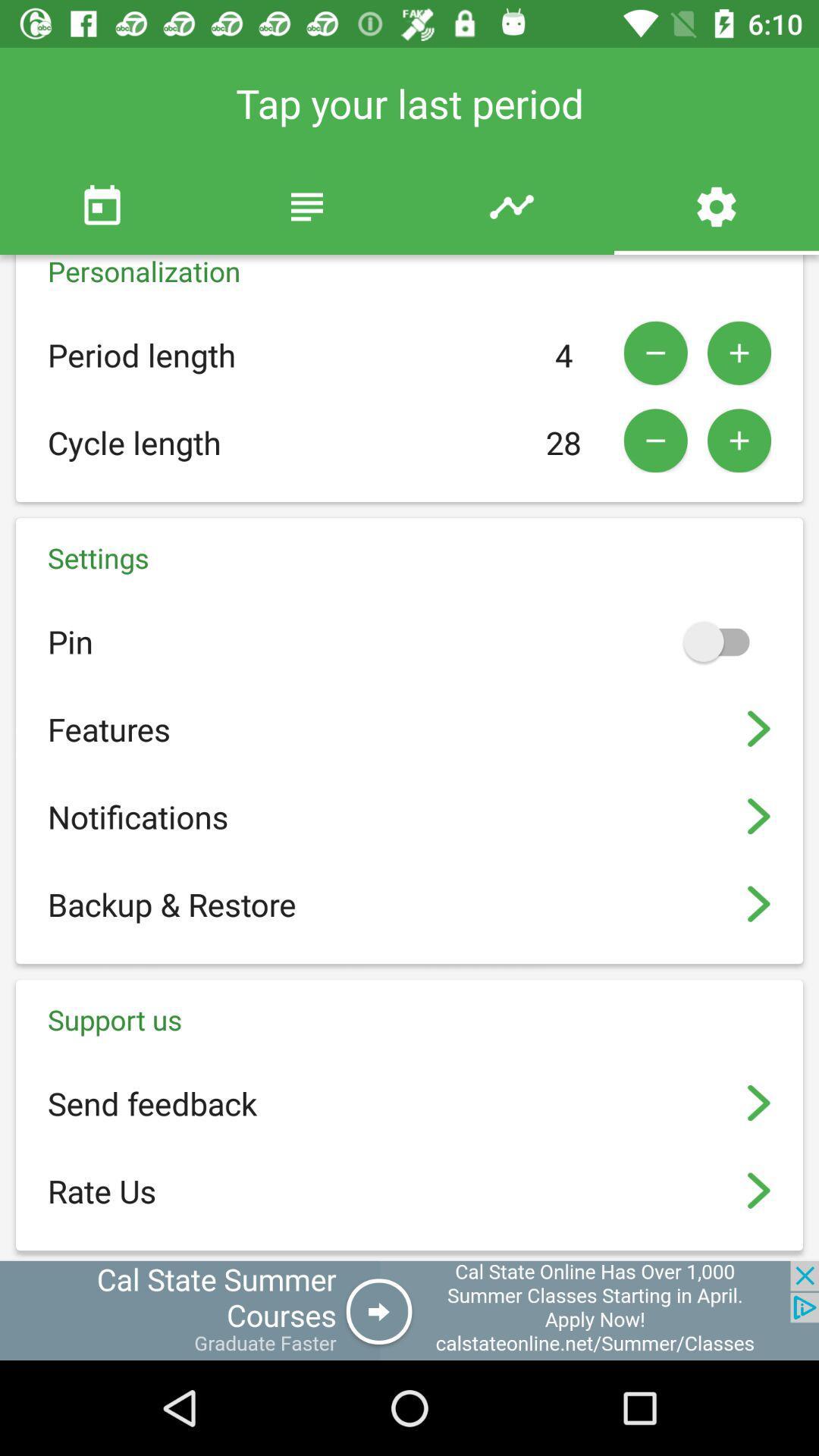 The width and height of the screenshot is (819, 1456). What do you see at coordinates (409, 1310) in the screenshot?
I see `an advertisement` at bounding box center [409, 1310].